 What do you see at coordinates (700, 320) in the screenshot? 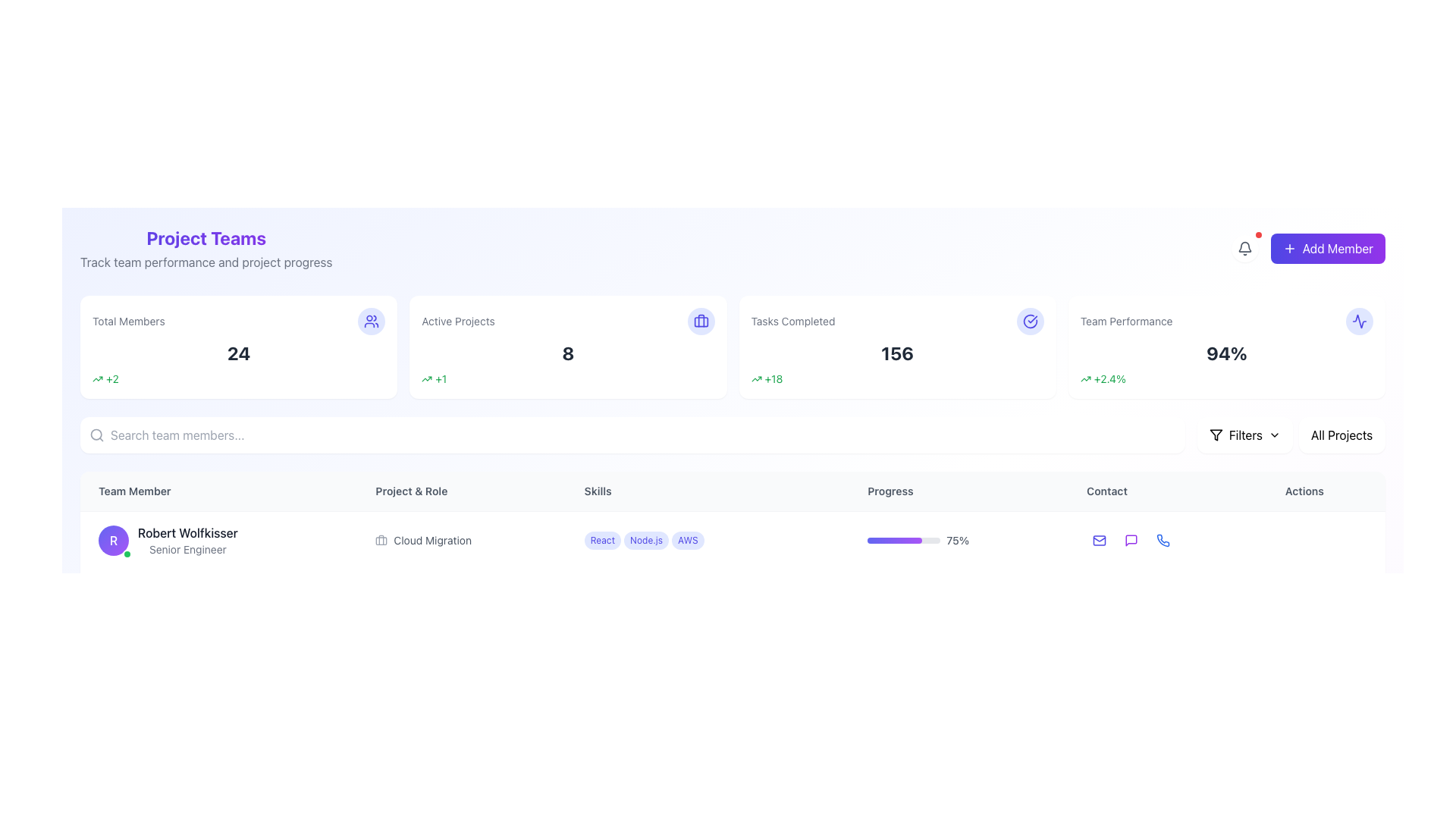
I see `the graphical element that is part of the 'Active Projects' icon, located in the second card from the left in the top row` at bounding box center [700, 320].